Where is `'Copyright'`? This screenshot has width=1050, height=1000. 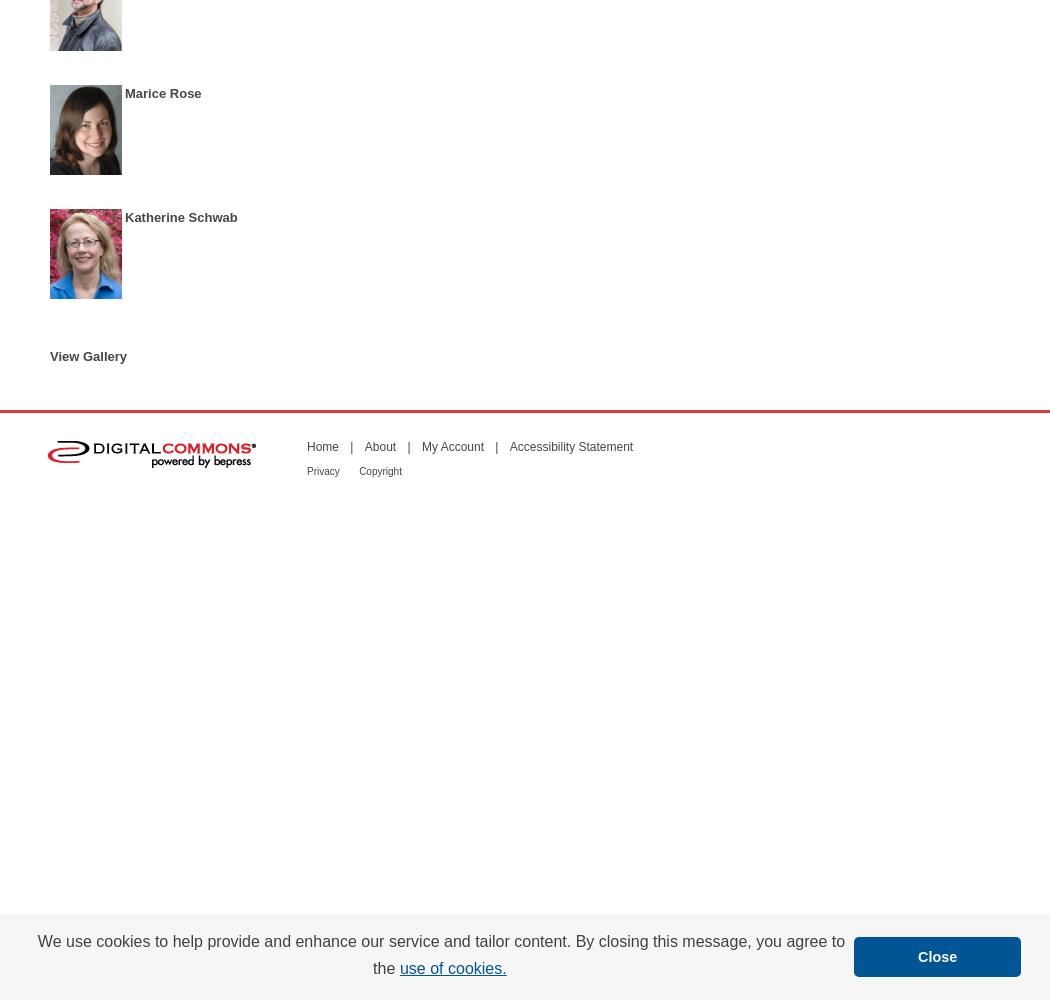 'Copyright' is located at coordinates (379, 469).